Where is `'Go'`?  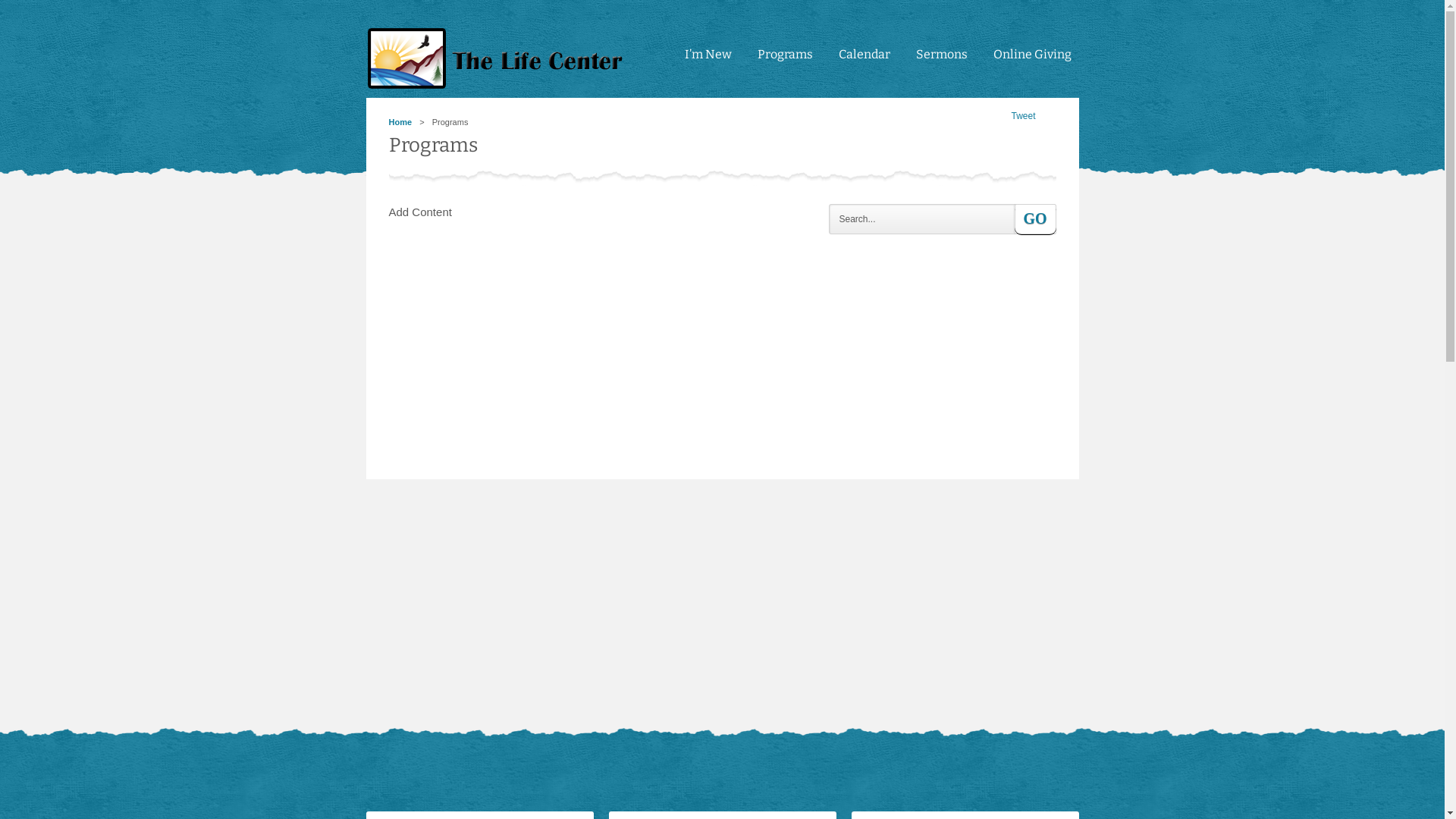
'Go' is located at coordinates (1034, 219).